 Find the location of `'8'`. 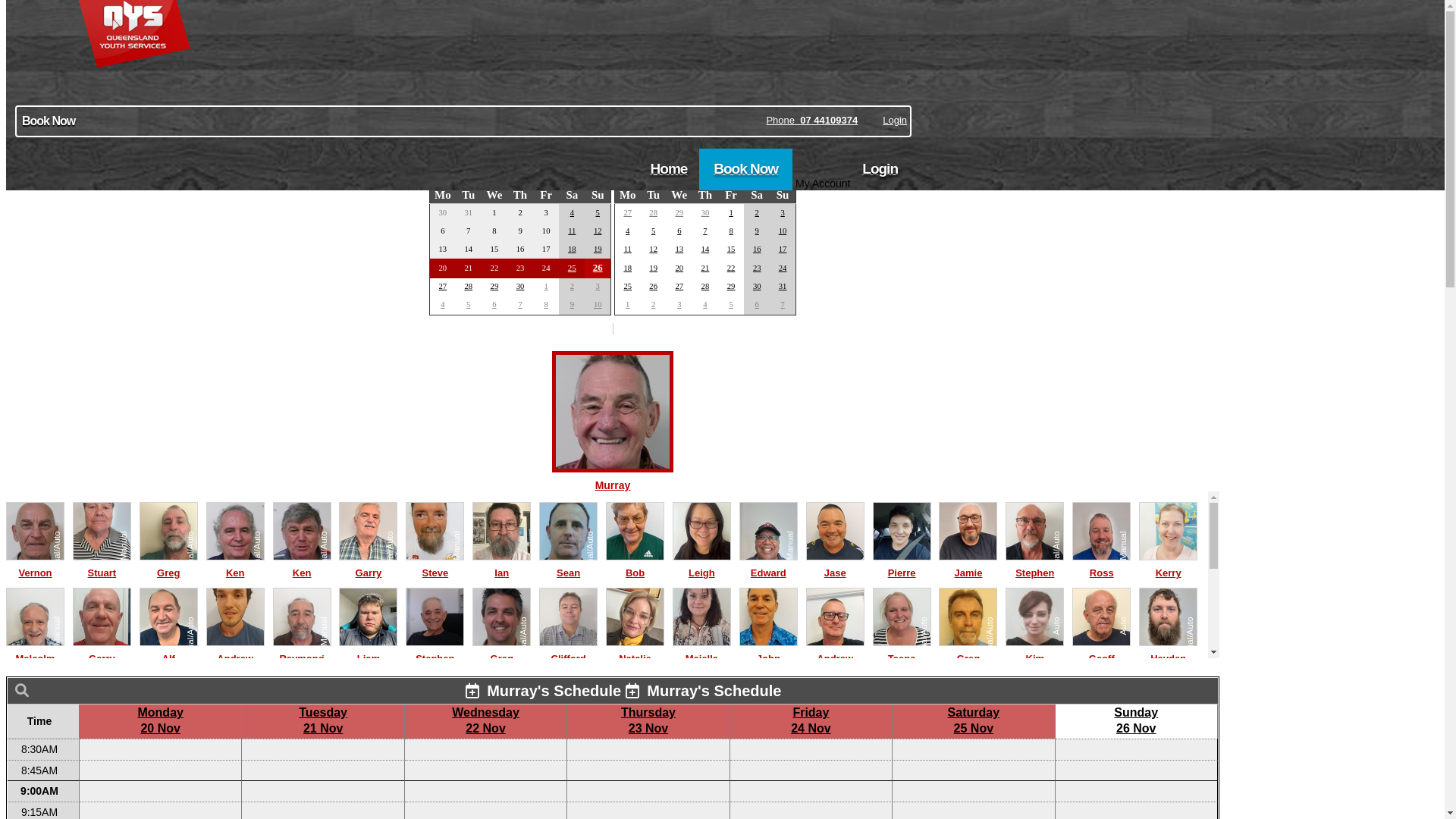

'8' is located at coordinates (546, 304).